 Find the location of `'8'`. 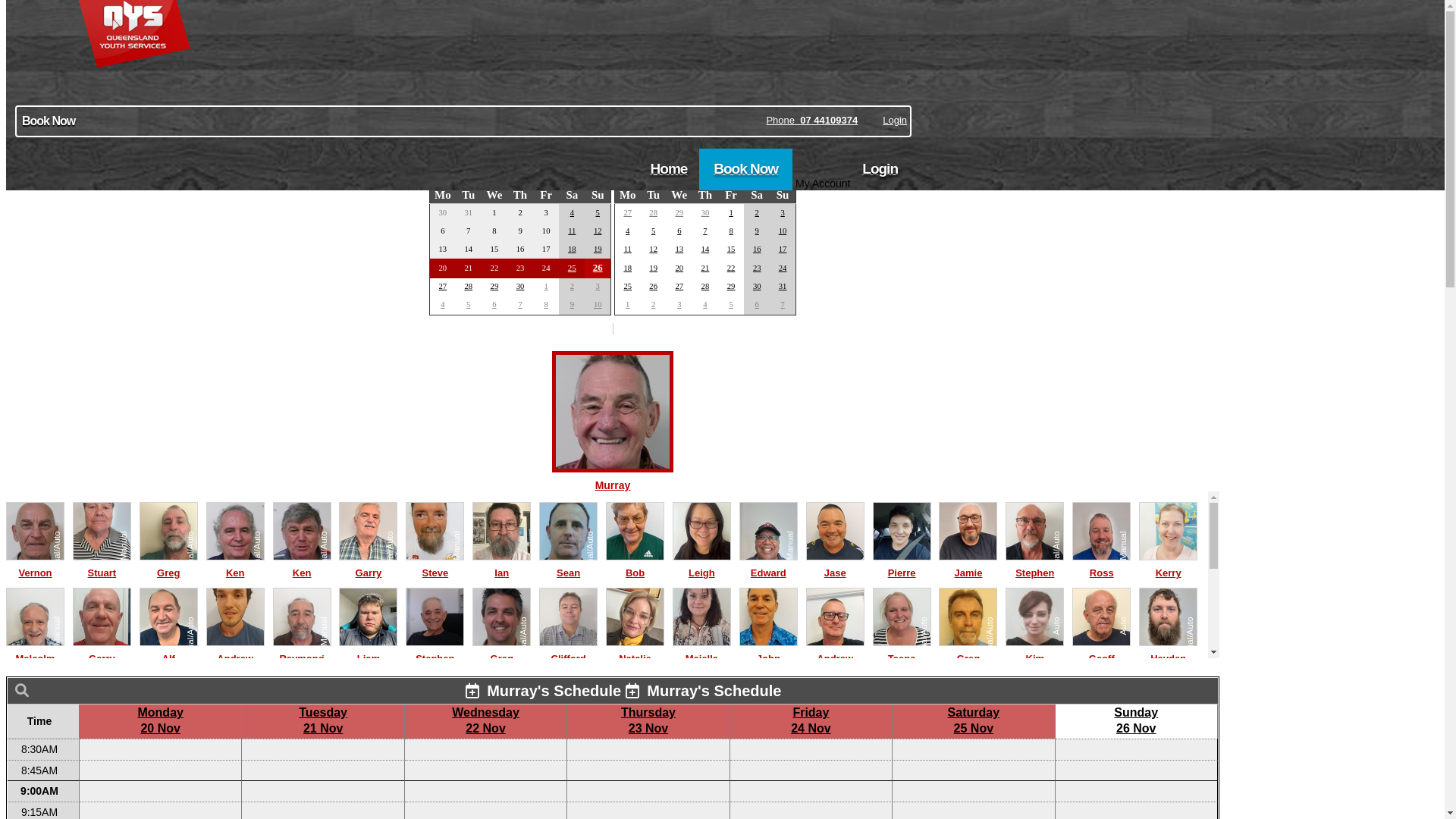

'8' is located at coordinates (546, 304).